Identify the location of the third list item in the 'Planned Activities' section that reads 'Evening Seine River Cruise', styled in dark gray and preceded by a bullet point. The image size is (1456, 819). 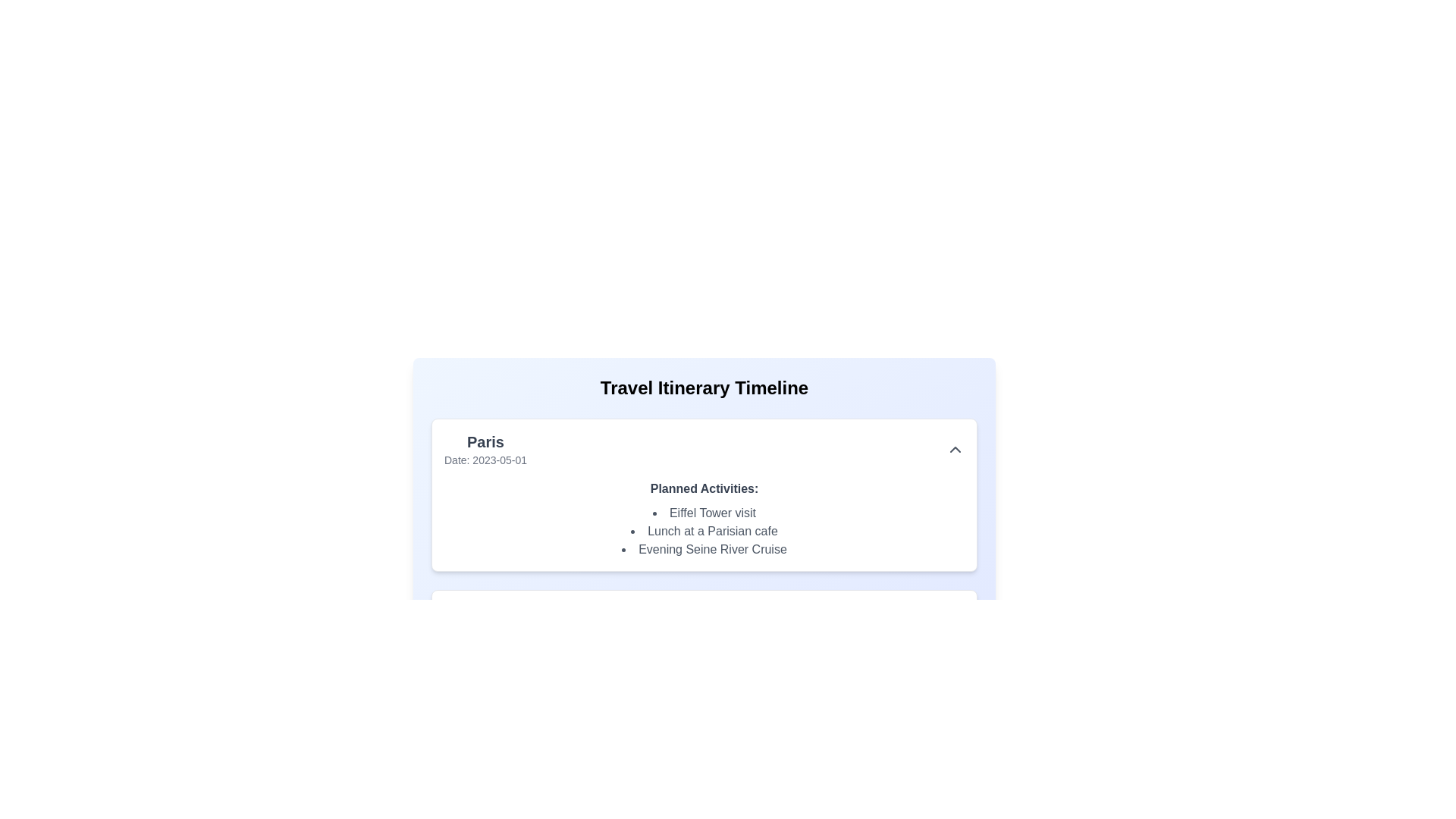
(704, 550).